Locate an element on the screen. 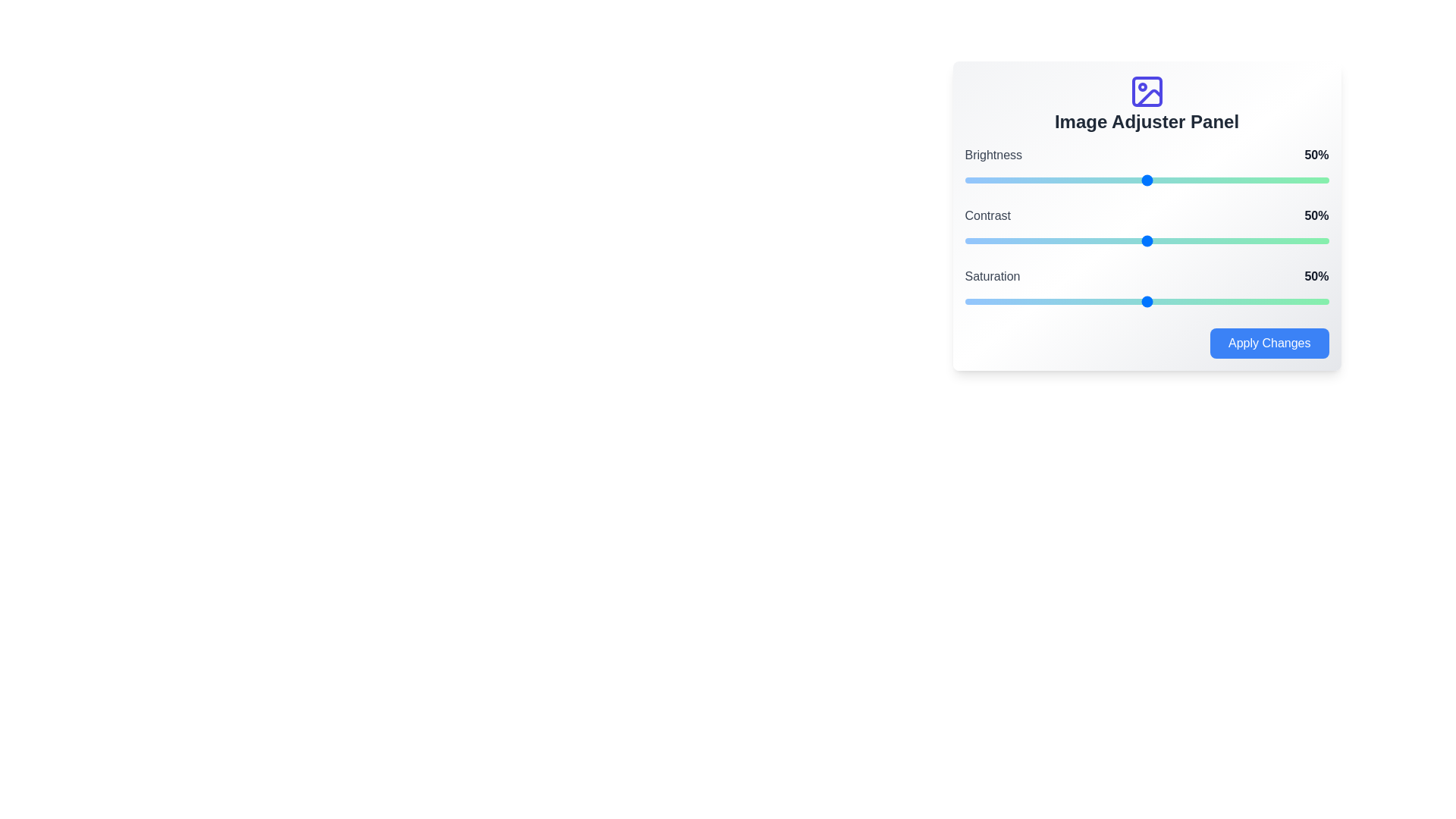 This screenshot has height=819, width=1456. the brightness slider to 14% is located at coordinates (1015, 180).